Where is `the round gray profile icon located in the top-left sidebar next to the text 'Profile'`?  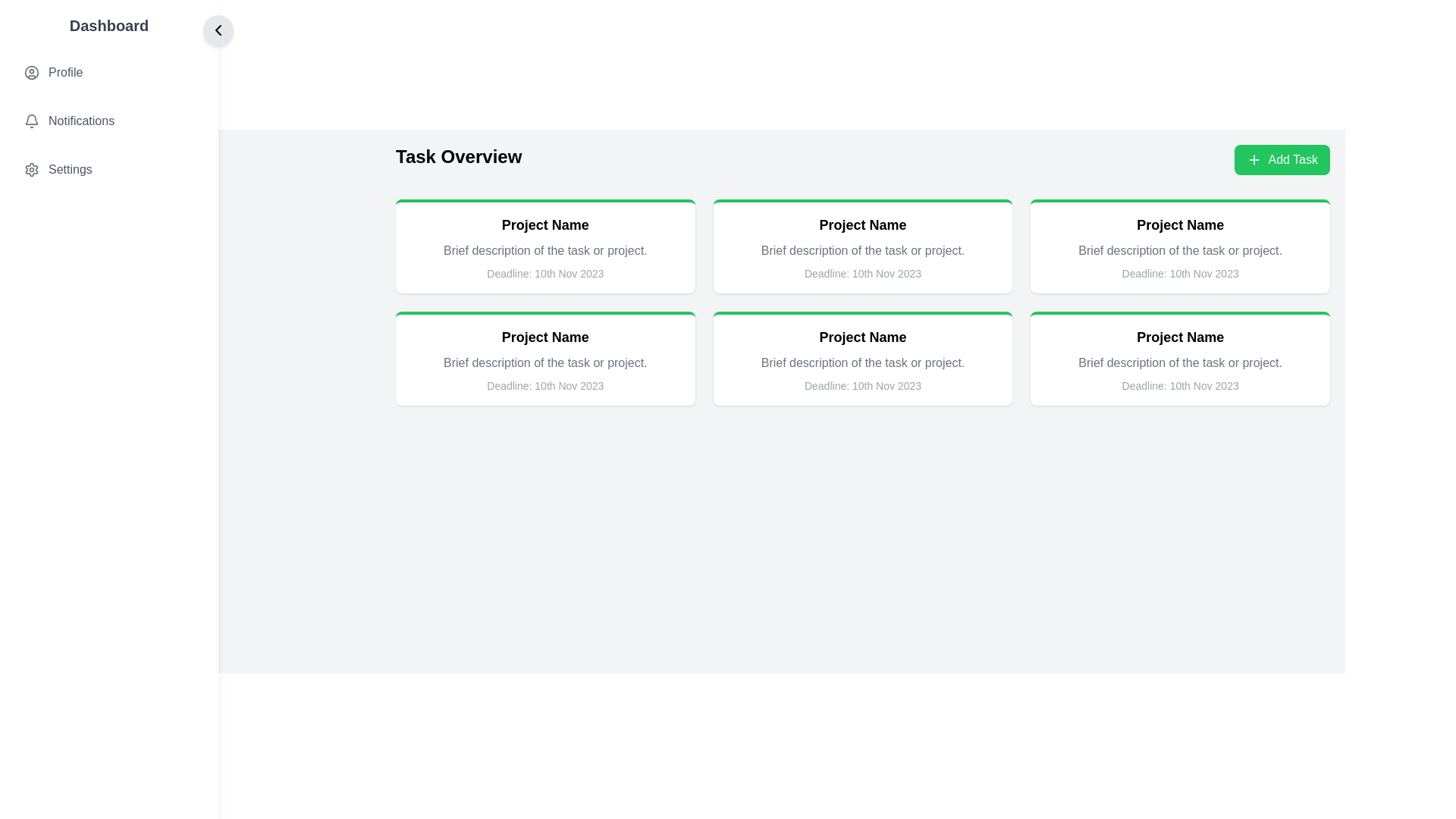
the round gray profile icon located in the top-left sidebar next to the text 'Profile' is located at coordinates (32, 73).